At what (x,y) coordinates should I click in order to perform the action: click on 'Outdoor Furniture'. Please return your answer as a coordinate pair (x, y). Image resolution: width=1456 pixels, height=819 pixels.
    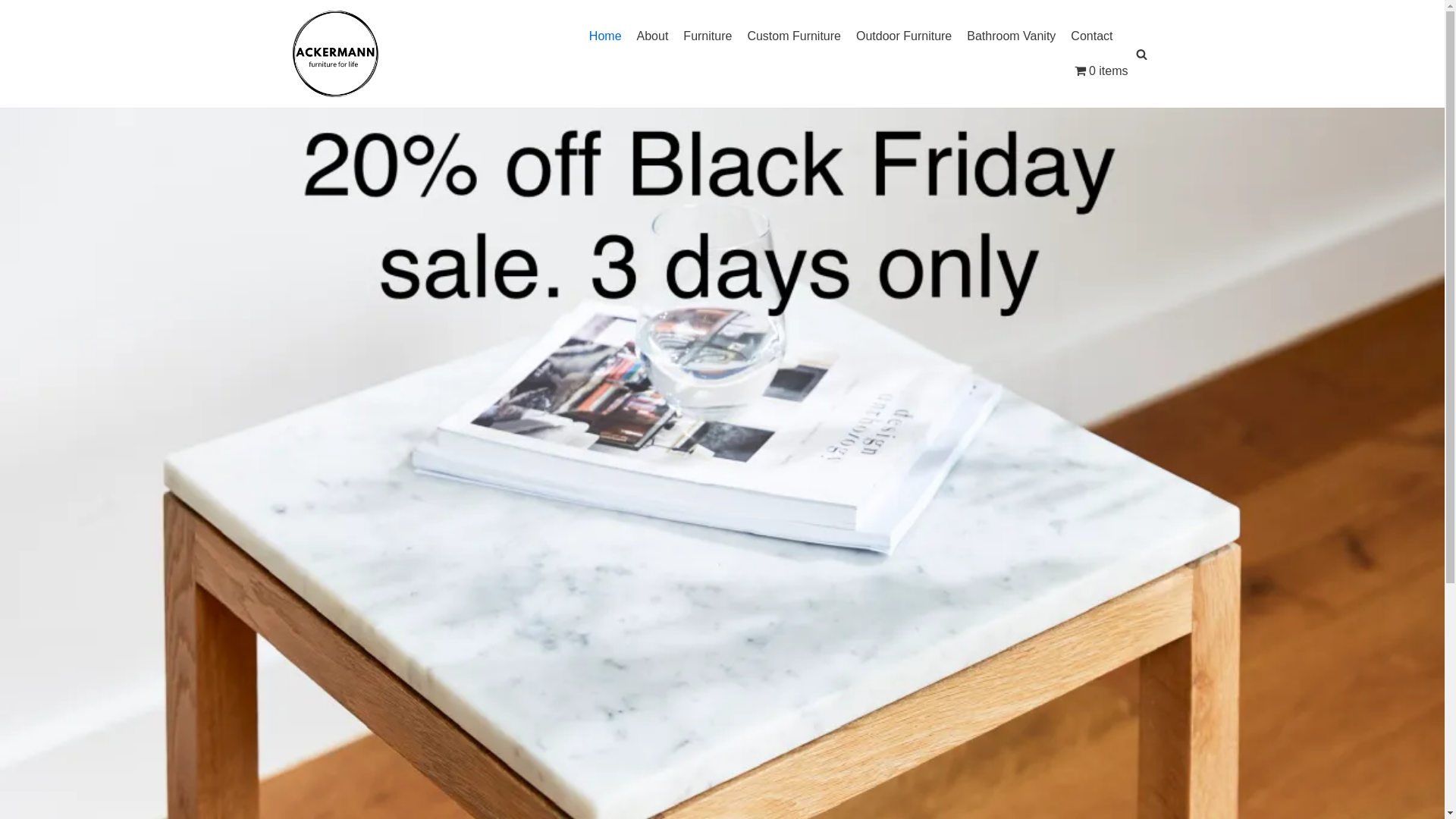
    Looking at the image, I should click on (903, 35).